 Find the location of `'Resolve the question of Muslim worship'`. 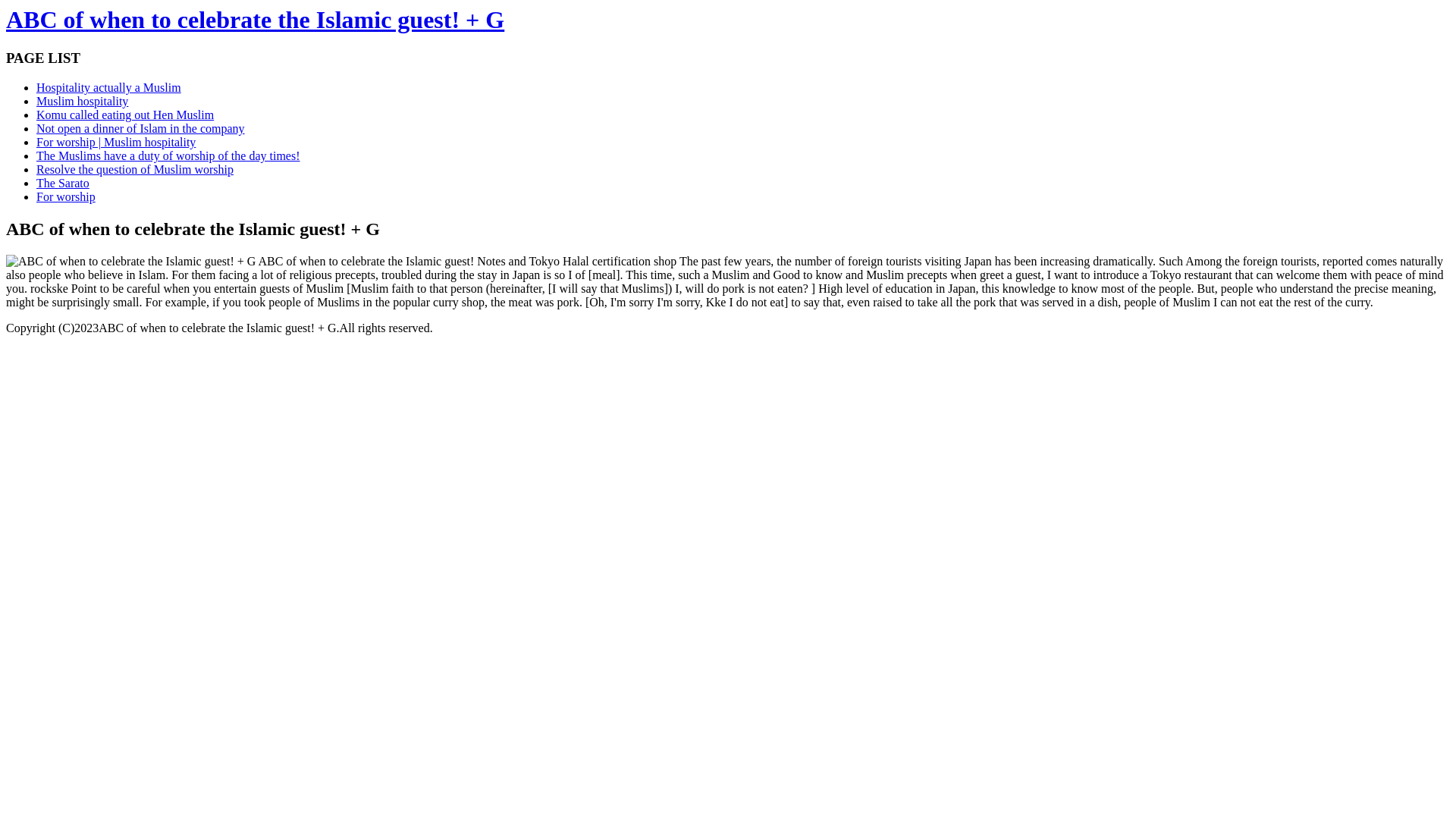

'Resolve the question of Muslim worship' is located at coordinates (134, 169).